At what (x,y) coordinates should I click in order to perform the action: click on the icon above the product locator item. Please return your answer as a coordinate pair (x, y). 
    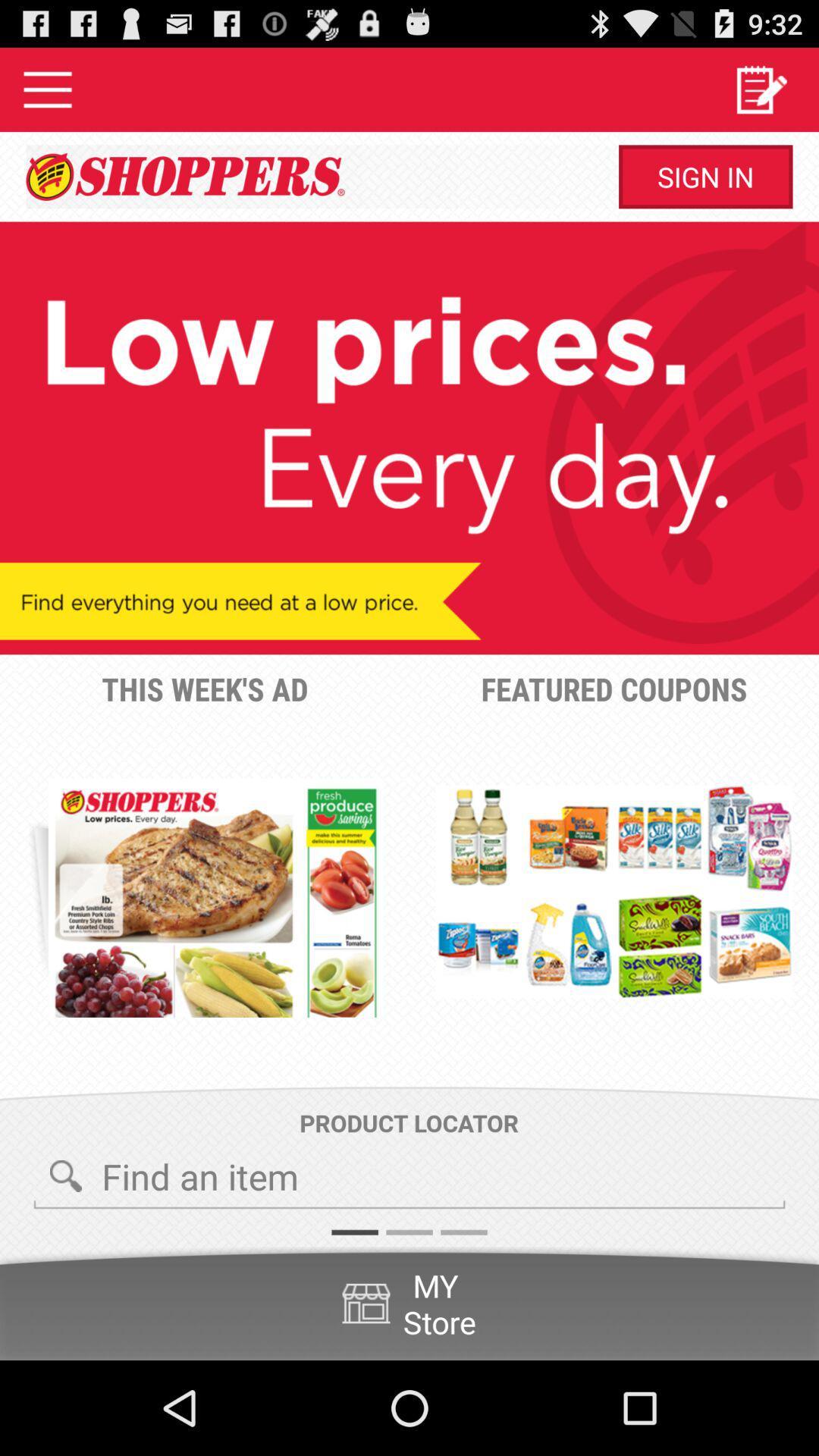
    Looking at the image, I should click on (215, 898).